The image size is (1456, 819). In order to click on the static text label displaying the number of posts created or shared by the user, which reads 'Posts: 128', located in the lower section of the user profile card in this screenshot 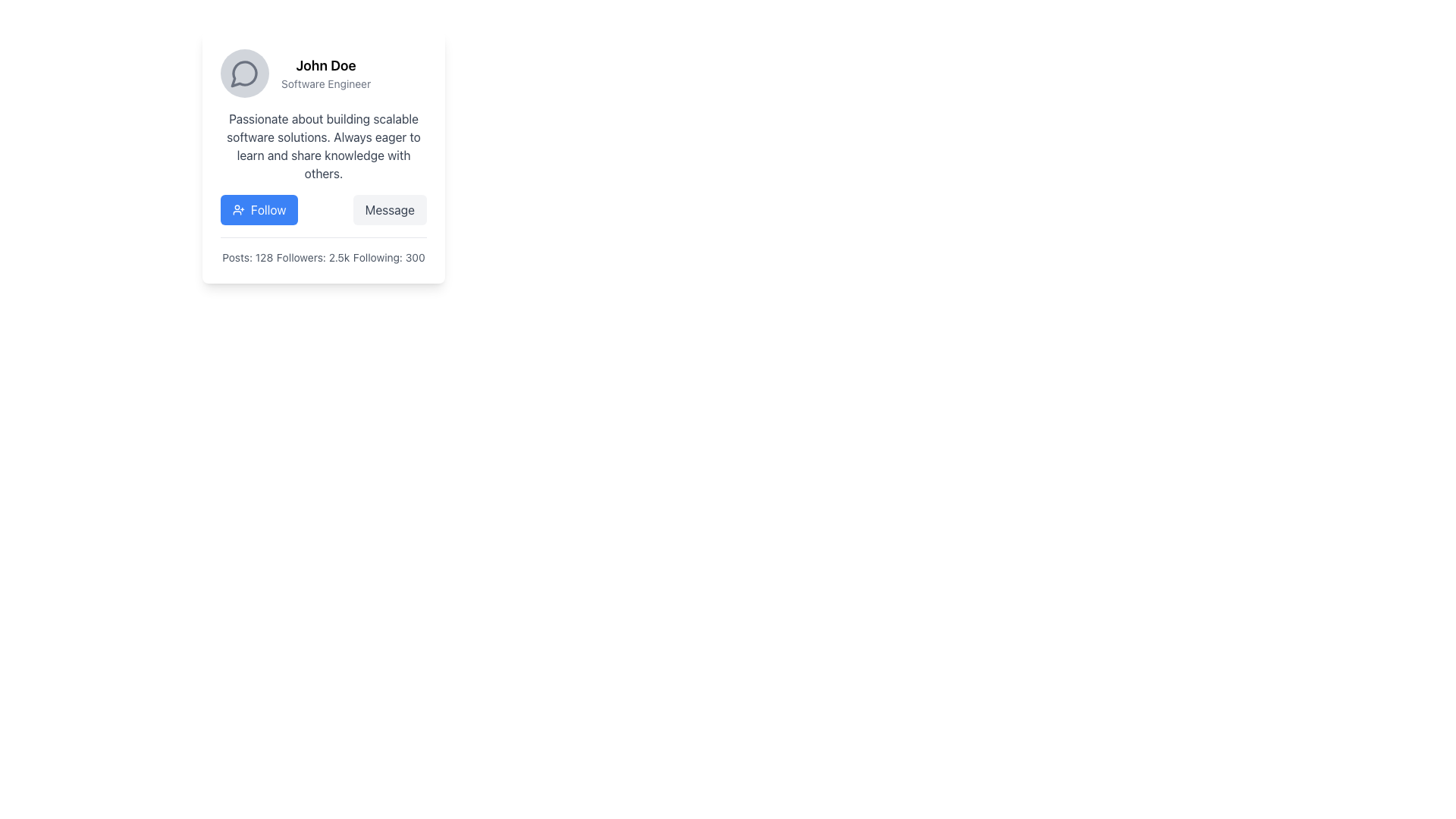, I will do `click(247, 256)`.